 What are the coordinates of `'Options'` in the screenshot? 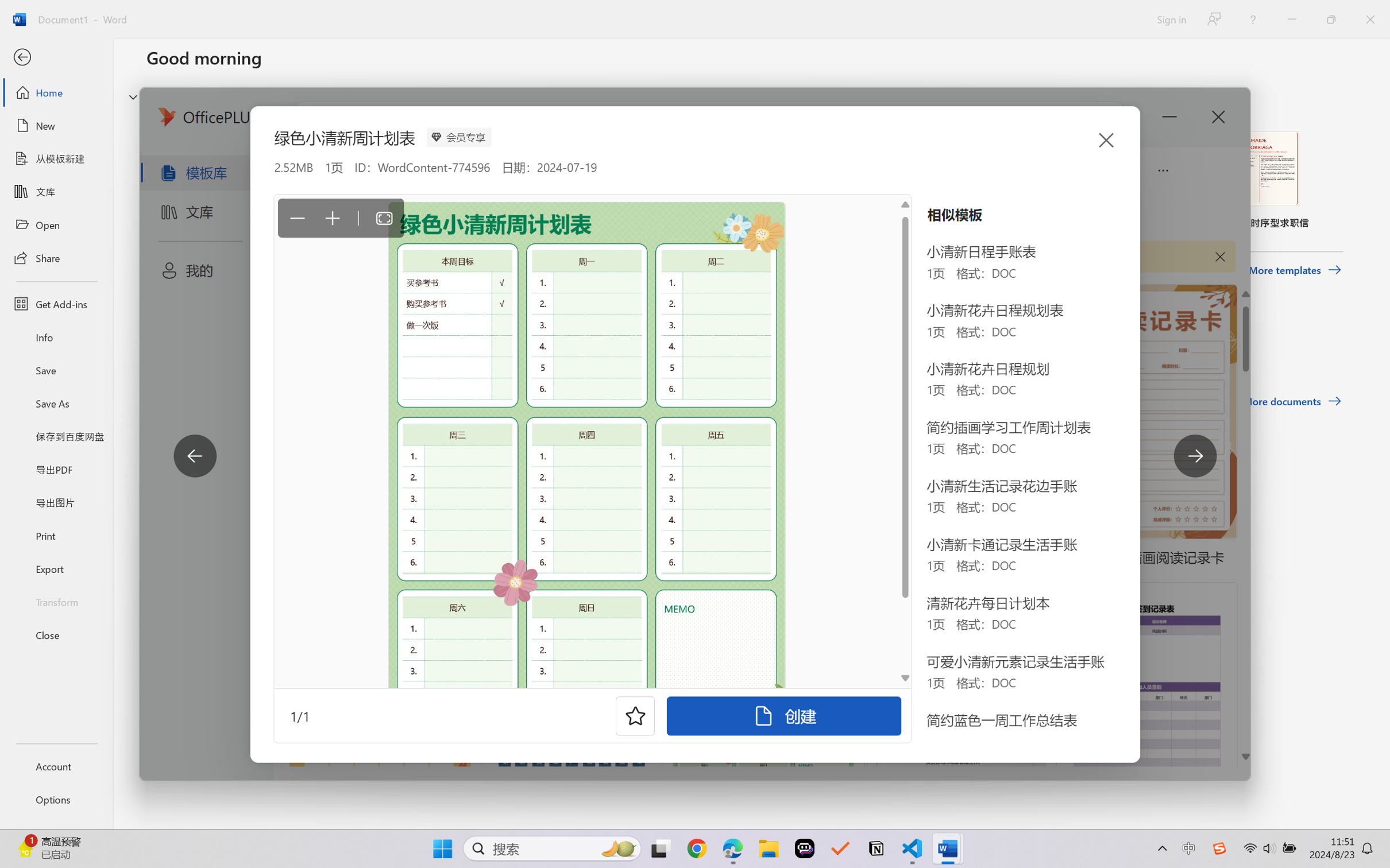 It's located at (56, 799).